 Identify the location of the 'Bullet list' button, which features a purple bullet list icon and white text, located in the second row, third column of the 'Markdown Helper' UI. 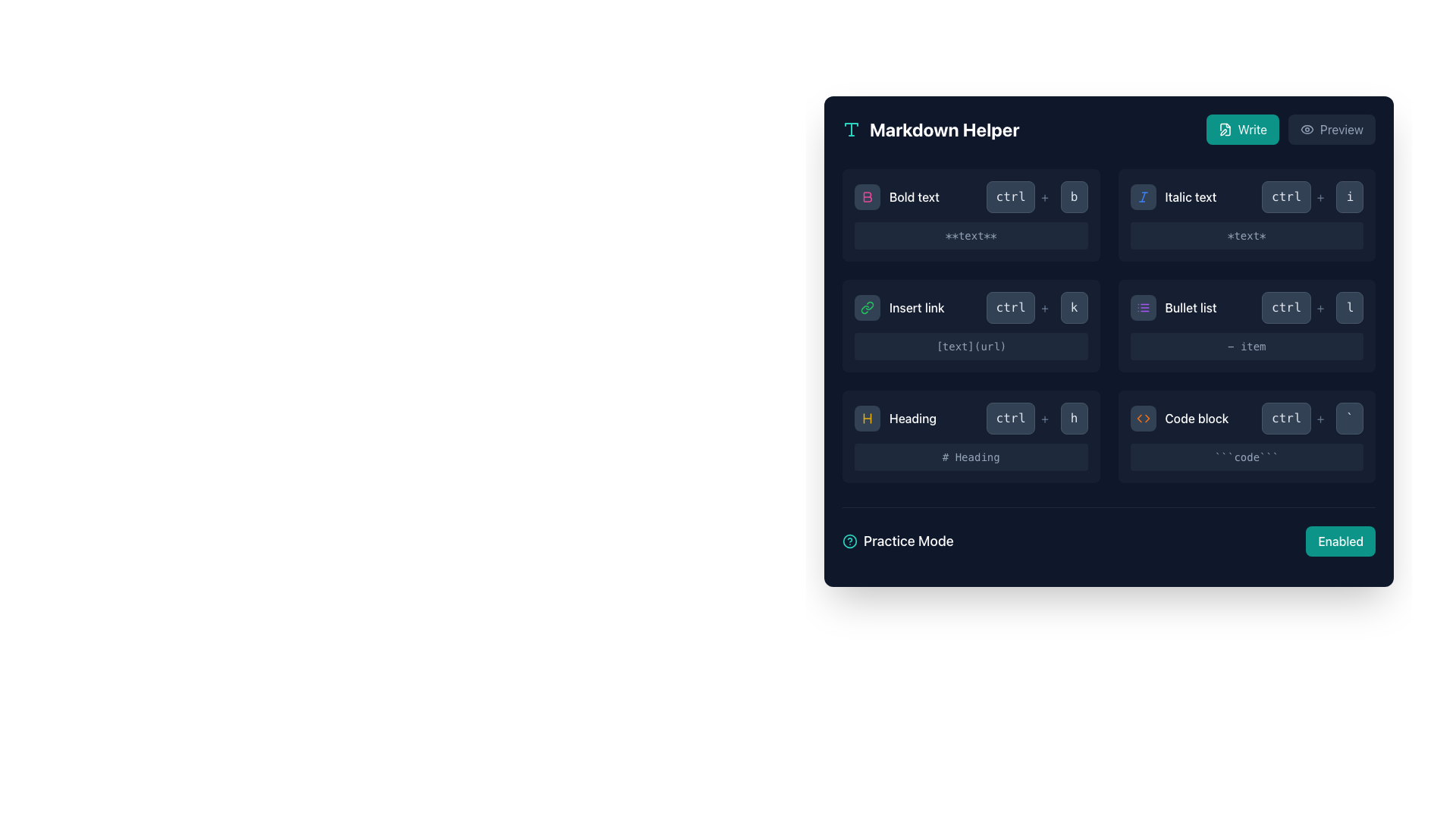
(1172, 307).